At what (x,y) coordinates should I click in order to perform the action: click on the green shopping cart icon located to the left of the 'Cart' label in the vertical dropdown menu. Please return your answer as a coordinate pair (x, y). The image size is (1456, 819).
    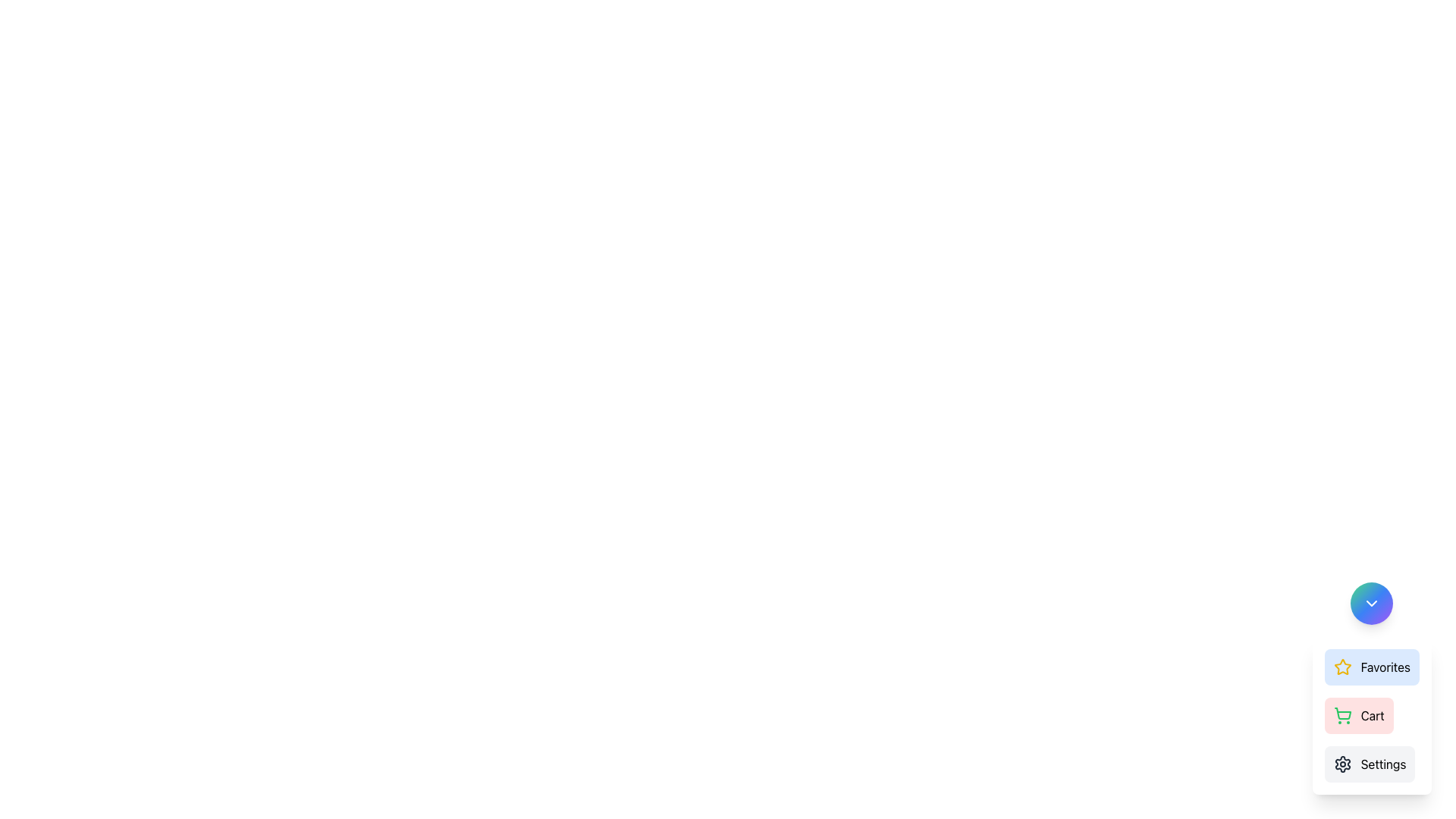
    Looking at the image, I should click on (1342, 716).